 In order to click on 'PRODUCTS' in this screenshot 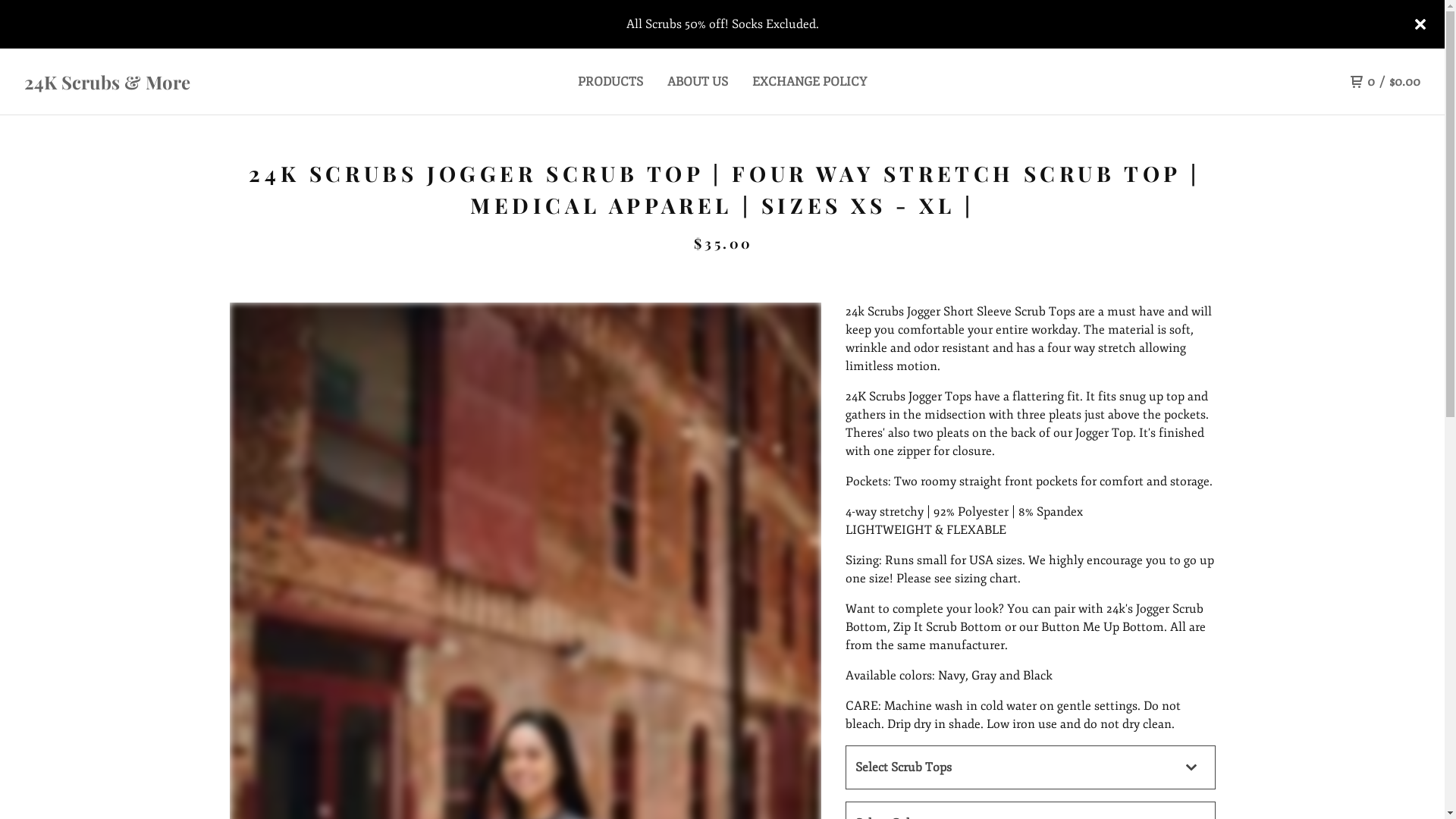, I will do `click(577, 82)`.